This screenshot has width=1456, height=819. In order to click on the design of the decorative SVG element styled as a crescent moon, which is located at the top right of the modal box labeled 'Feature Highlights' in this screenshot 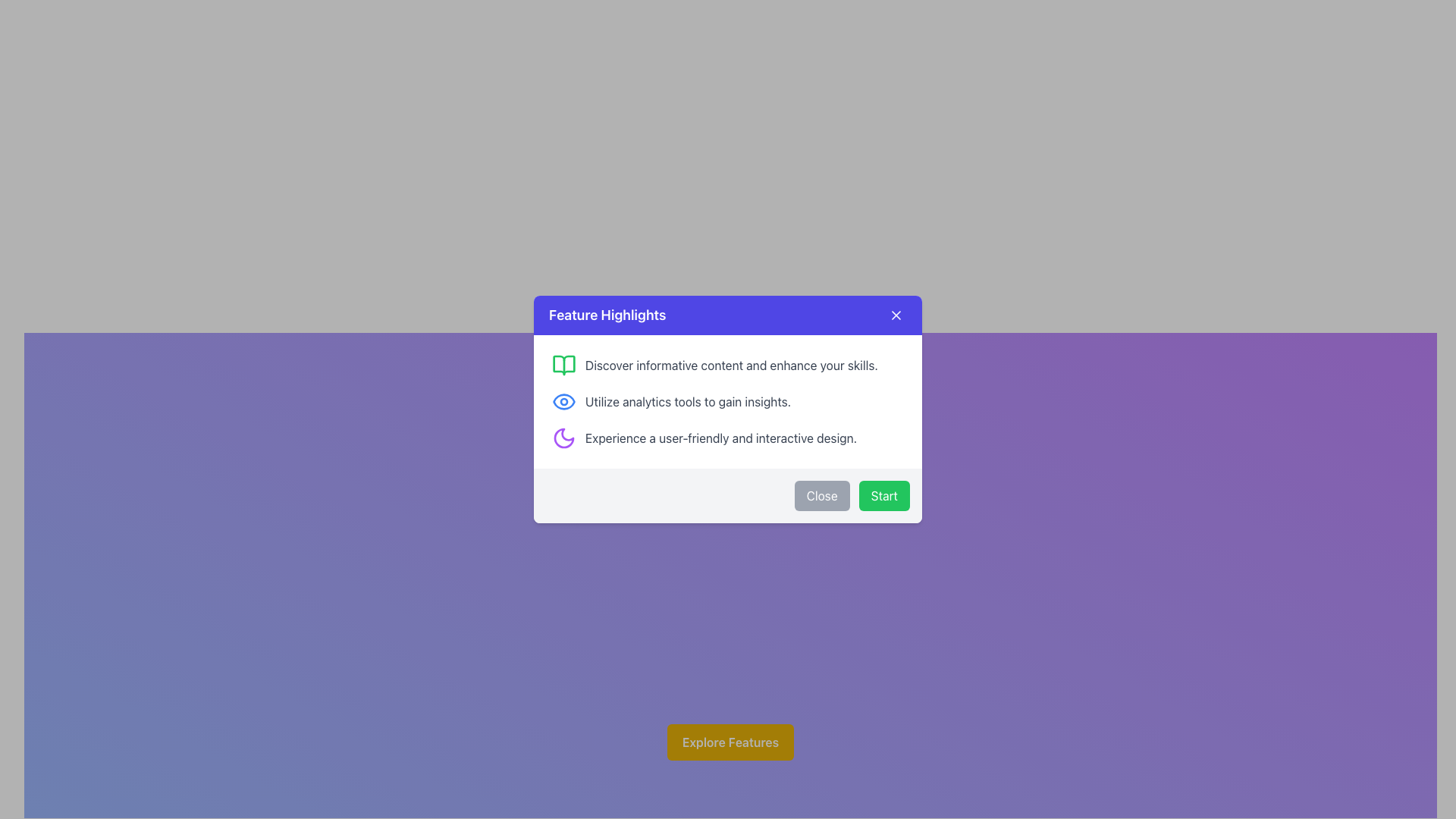, I will do `click(563, 438)`.